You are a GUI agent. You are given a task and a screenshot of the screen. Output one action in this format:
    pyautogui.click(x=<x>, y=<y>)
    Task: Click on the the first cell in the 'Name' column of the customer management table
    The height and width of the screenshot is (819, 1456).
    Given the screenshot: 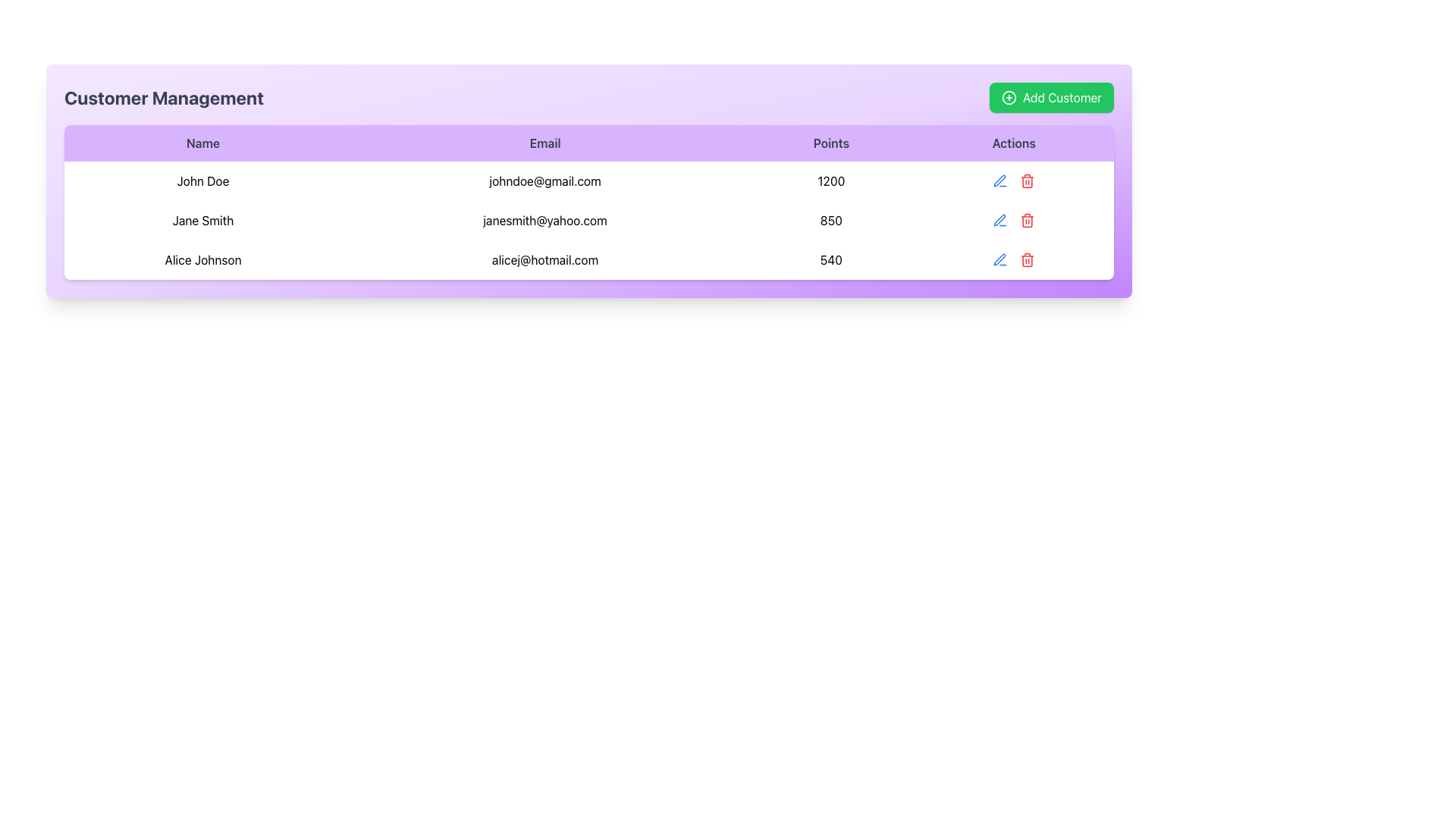 What is the action you would take?
    pyautogui.click(x=202, y=180)
    